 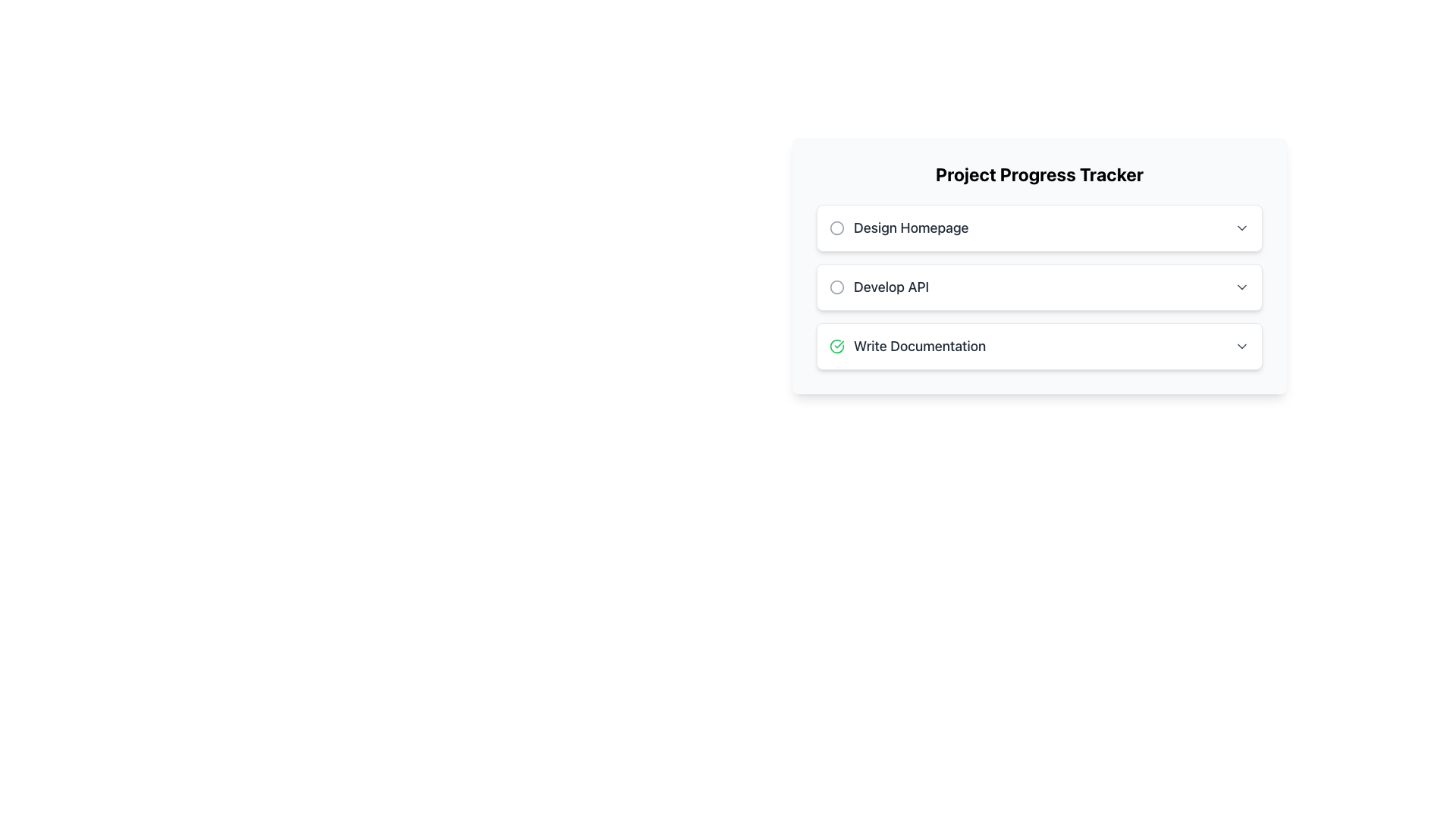 What do you see at coordinates (879, 287) in the screenshot?
I see `the second option in the 'Project Progress Tracker' section of the progress tracker interface, which indicates progress on the 'Develop API' task` at bounding box center [879, 287].